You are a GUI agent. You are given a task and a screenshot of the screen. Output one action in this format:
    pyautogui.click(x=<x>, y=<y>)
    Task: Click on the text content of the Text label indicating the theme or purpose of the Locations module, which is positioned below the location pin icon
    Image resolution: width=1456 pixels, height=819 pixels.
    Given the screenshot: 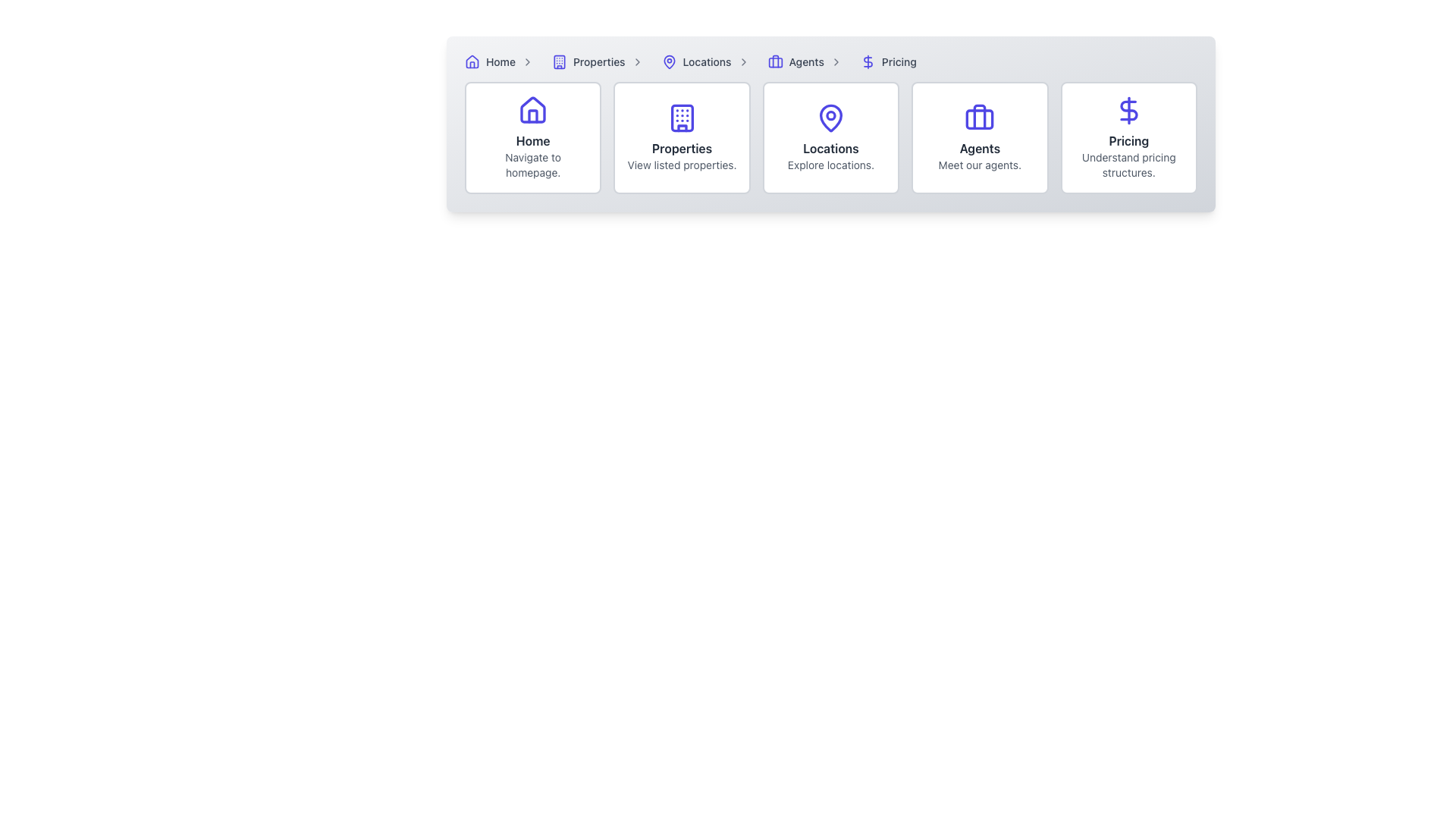 What is the action you would take?
    pyautogui.click(x=830, y=149)
    